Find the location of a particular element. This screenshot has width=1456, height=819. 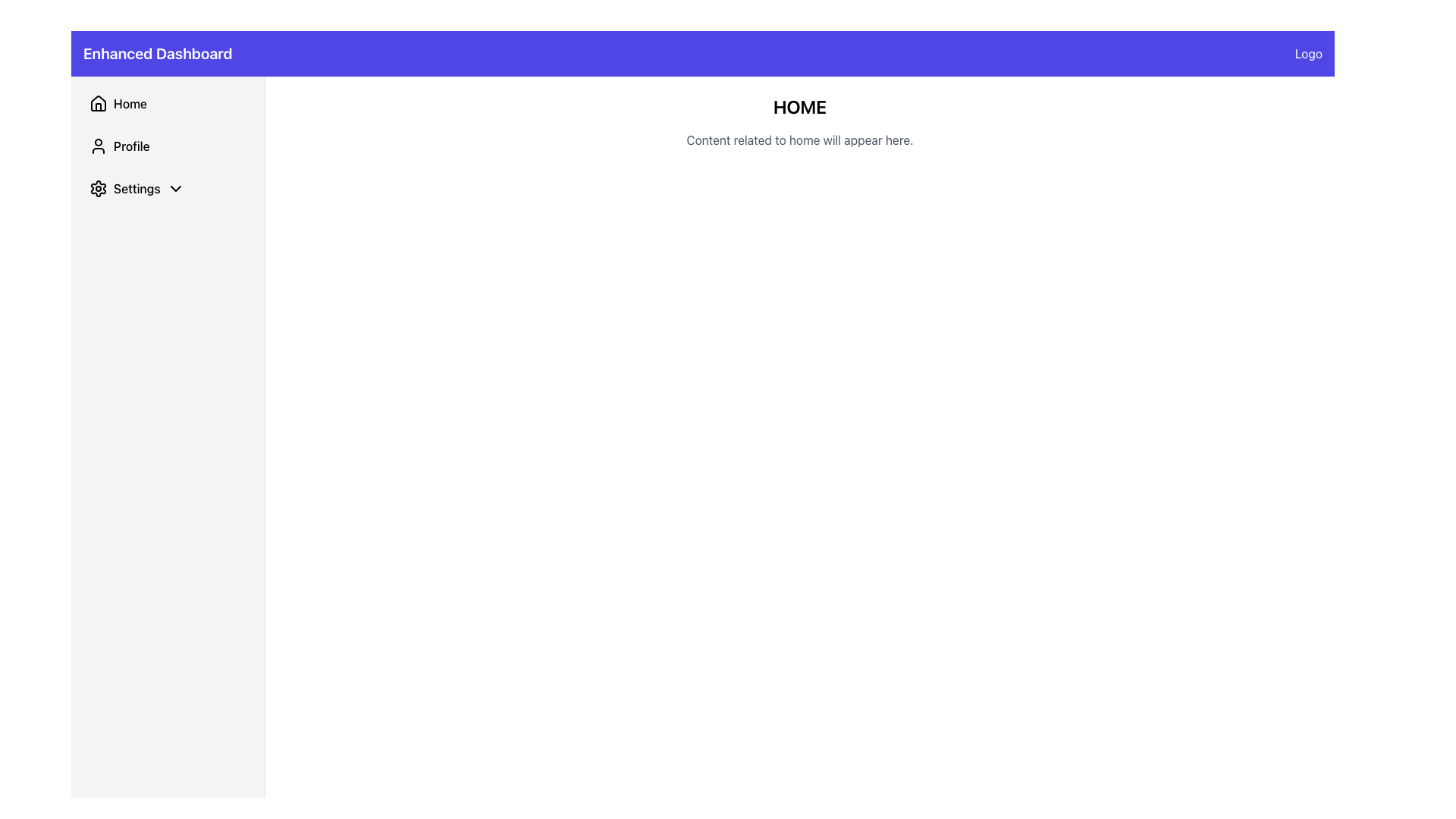

the 'Logo' text label displayed in white font color on a purple background, located in the top right corner of the header bar is located at coordinates (1307, 52).